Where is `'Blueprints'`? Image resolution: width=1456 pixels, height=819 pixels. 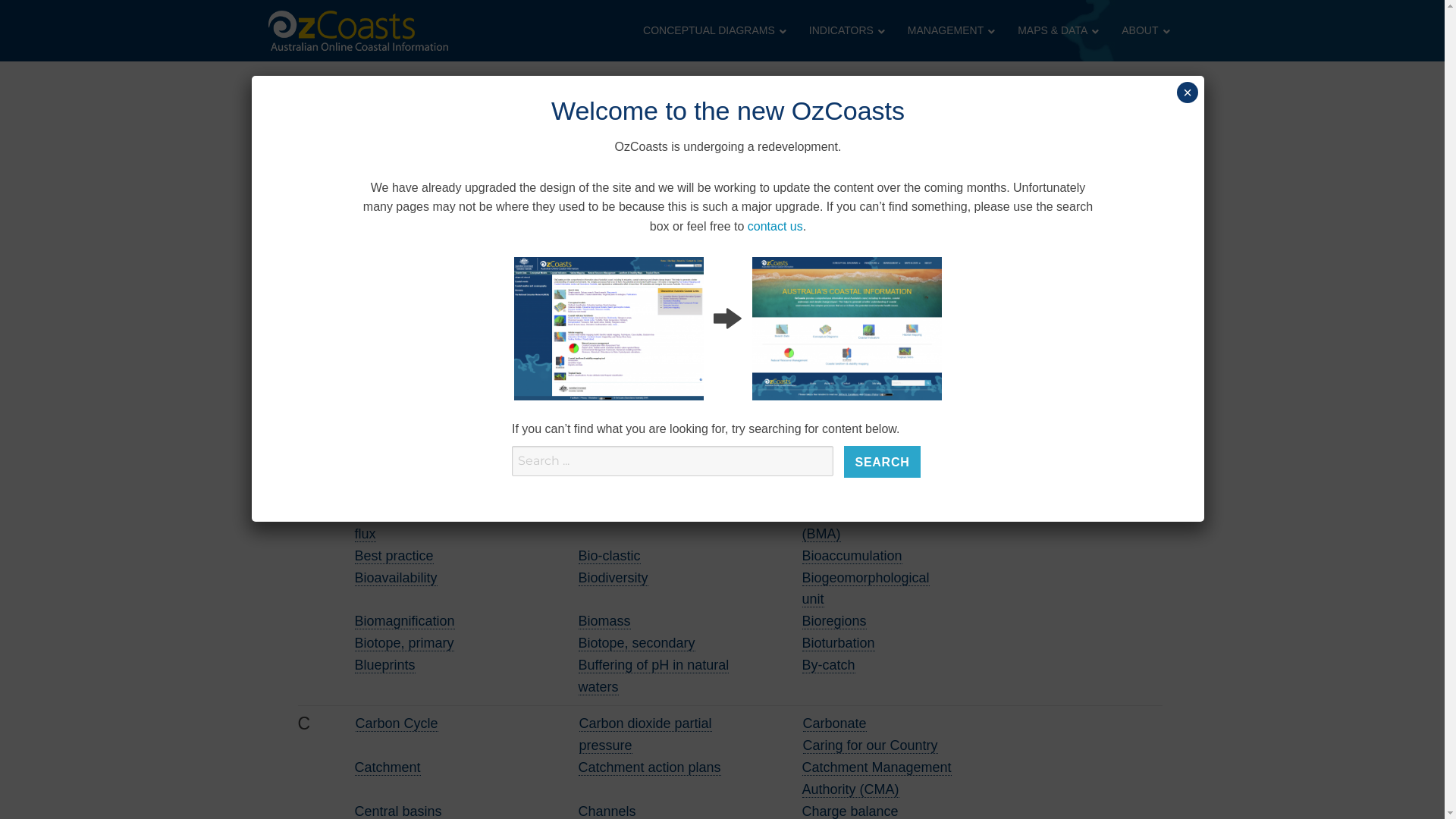 'Blueprints' is located at coordinates (385, 664).